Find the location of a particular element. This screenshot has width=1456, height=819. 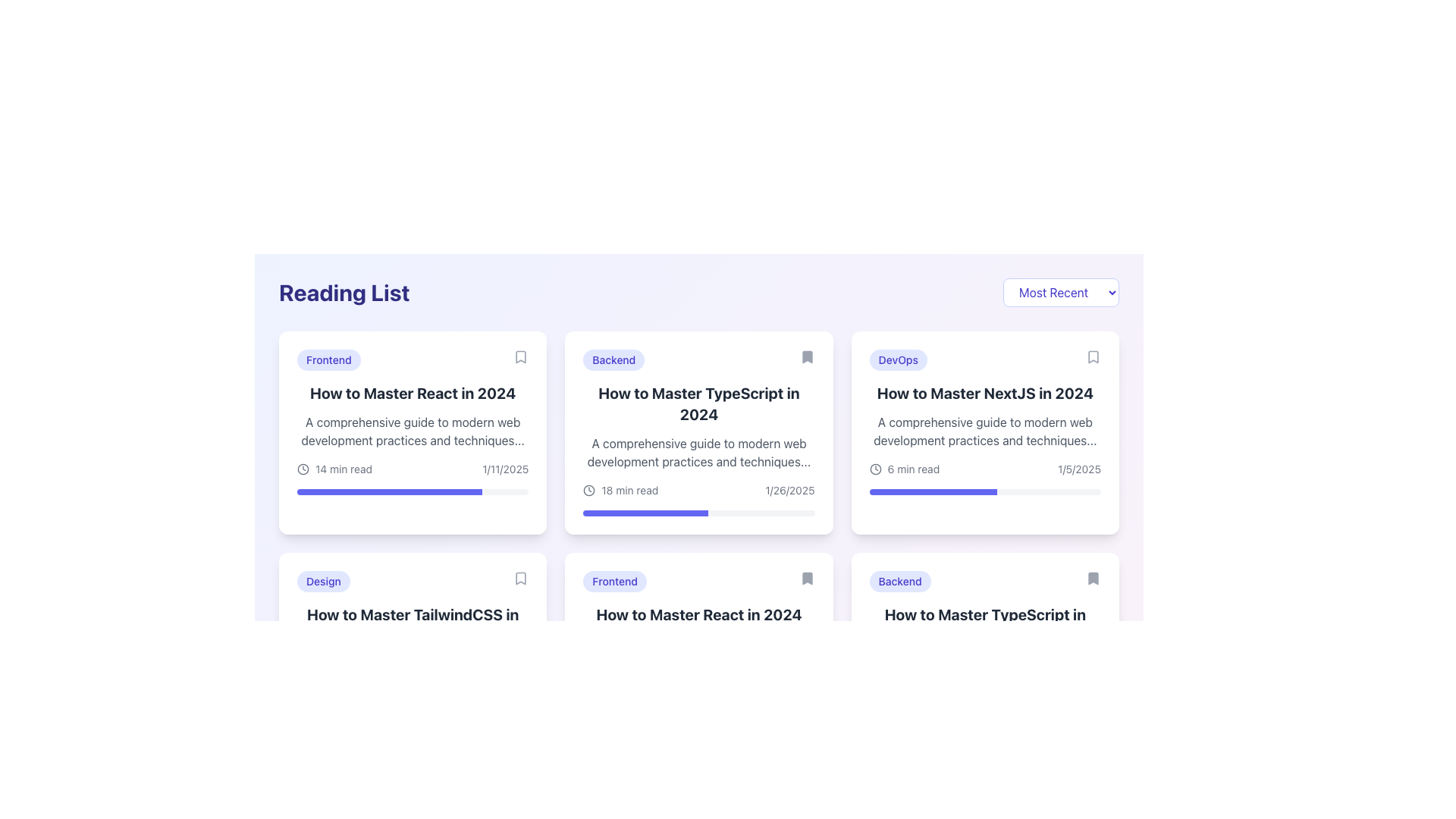

the progress visually indicated on the horizontal progress bar with a gray background and indigo fill, located at the bottom of the frame within the card titled 'How to Master NextJS in 2024' is located at coordinates (985, 491).